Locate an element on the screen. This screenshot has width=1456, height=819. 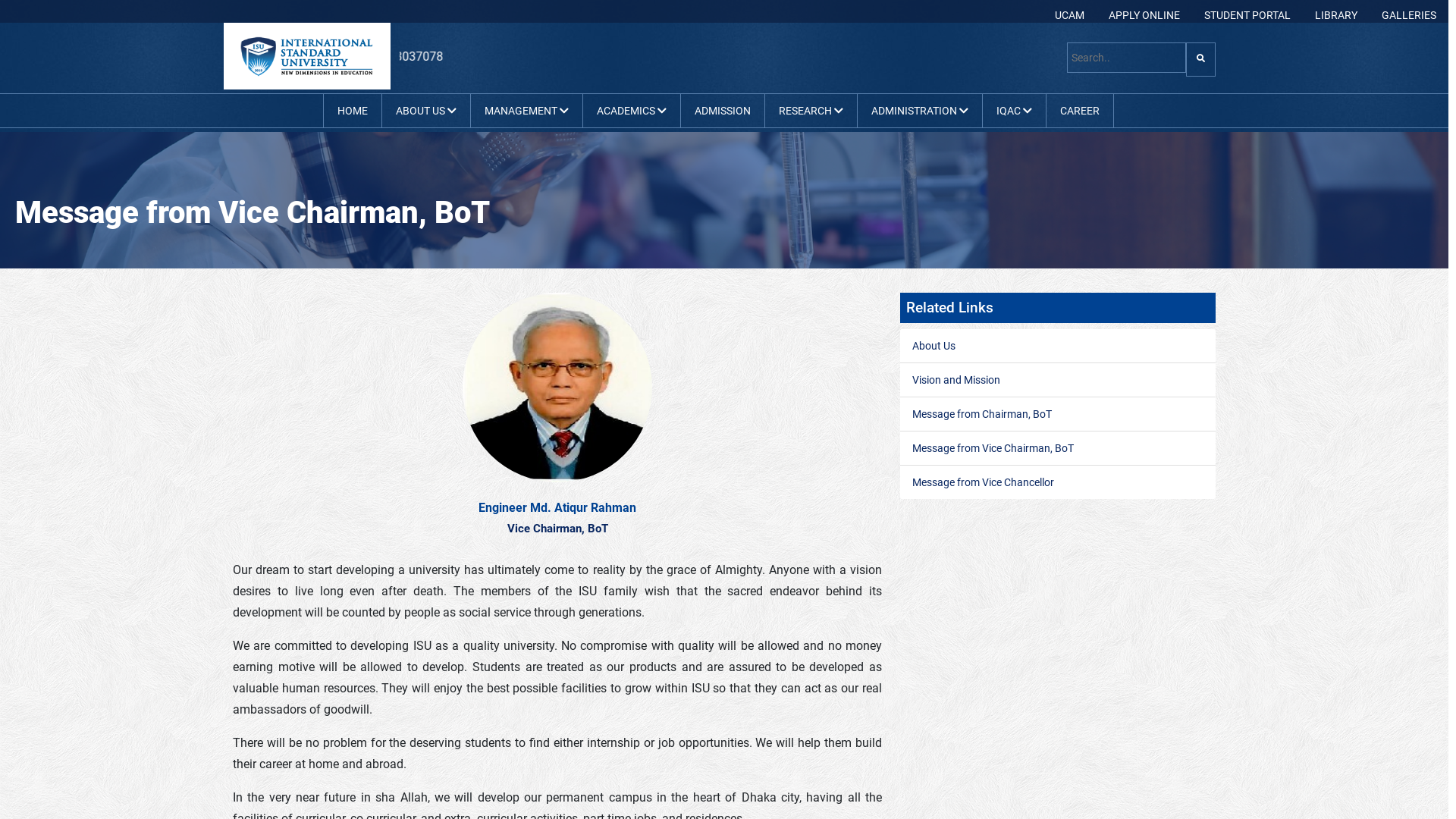
'RESEARCH' is located at coordinates (809, 110).